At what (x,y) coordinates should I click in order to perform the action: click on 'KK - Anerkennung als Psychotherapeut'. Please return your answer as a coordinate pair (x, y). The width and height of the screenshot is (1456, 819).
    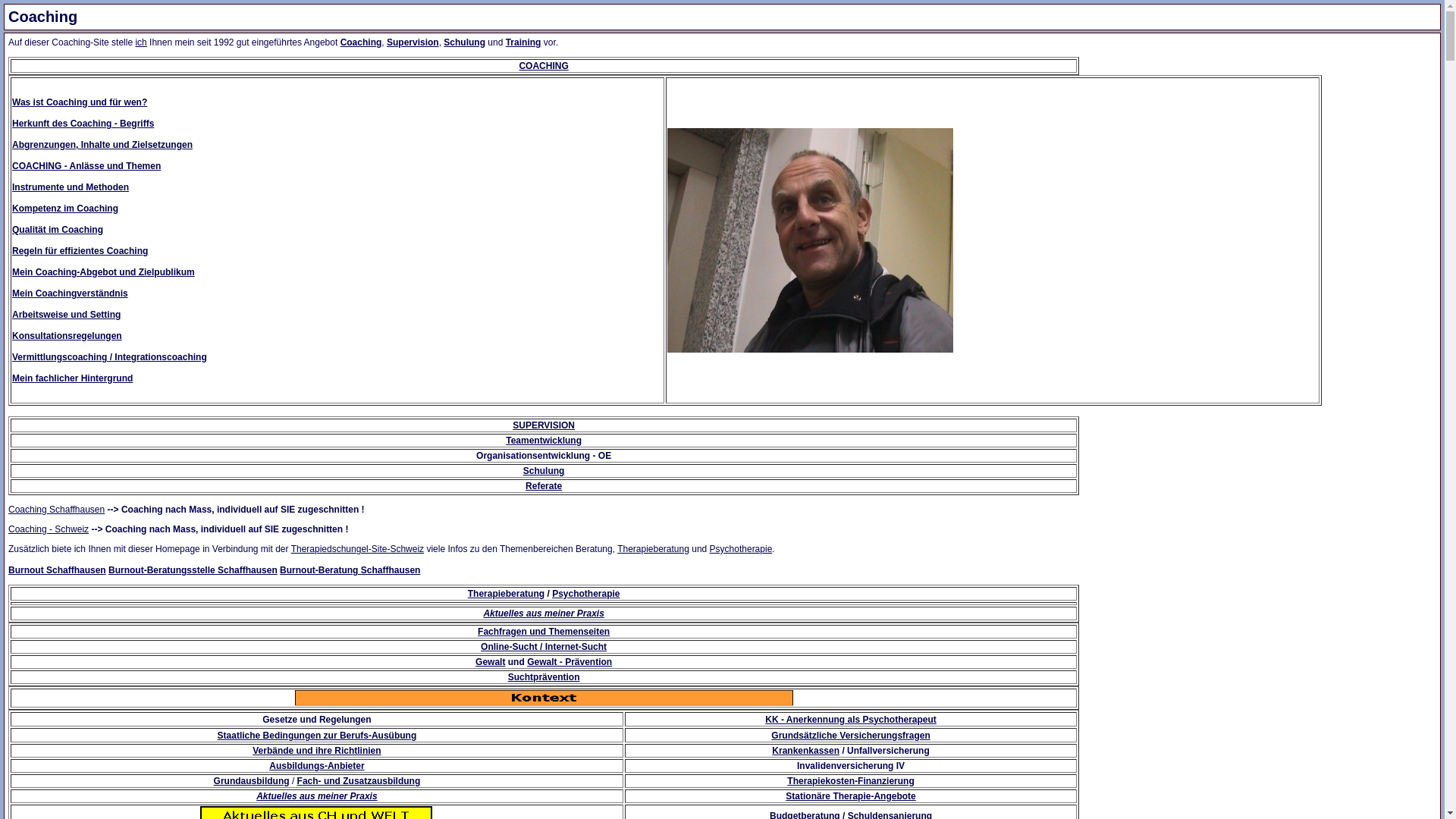
    Looking at the image, I should click on (851, 718).